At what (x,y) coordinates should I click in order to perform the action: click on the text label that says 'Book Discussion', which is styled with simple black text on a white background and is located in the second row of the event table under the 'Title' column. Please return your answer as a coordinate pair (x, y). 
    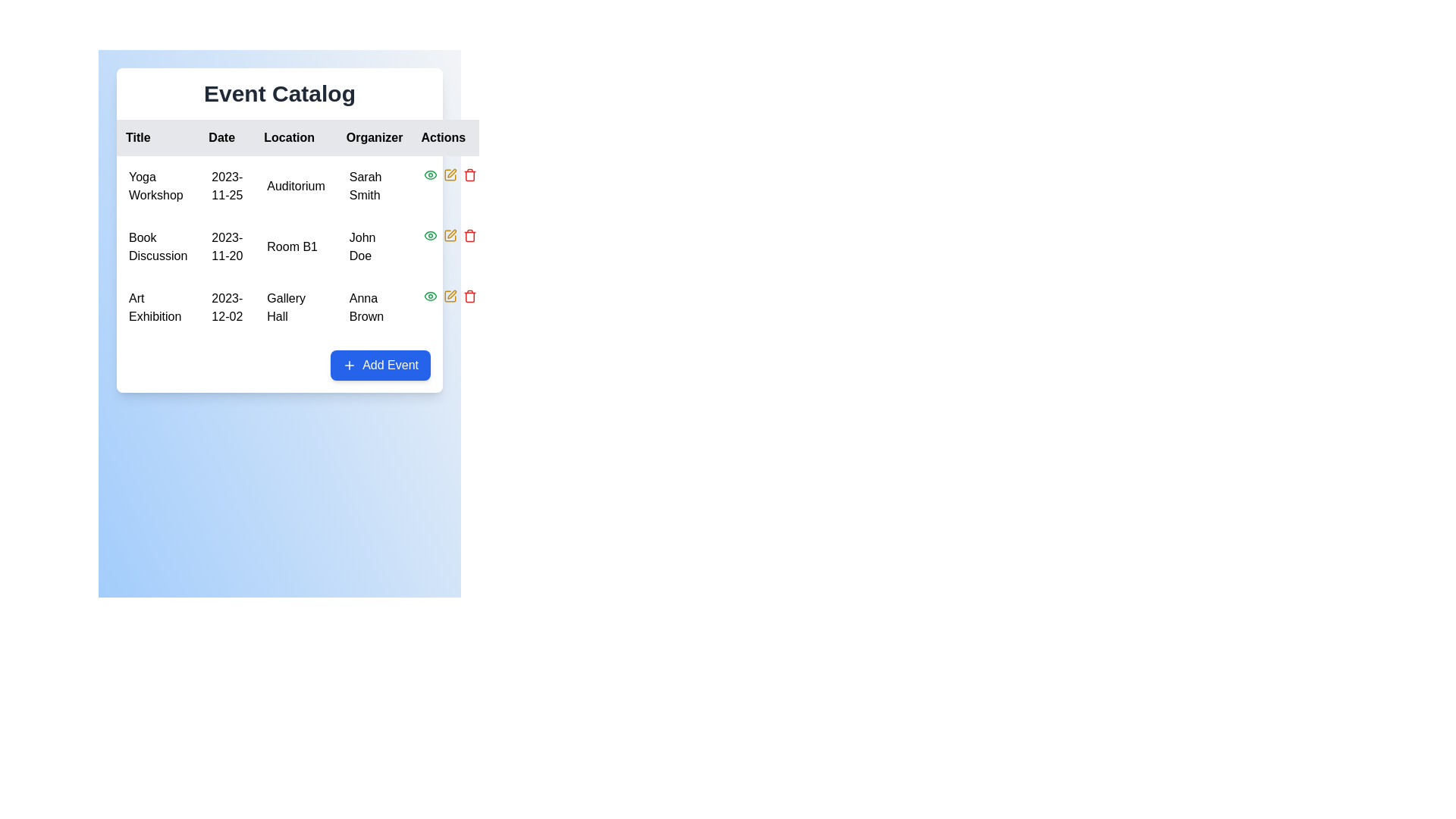
    Looking at the image, I should click on (158, 246).